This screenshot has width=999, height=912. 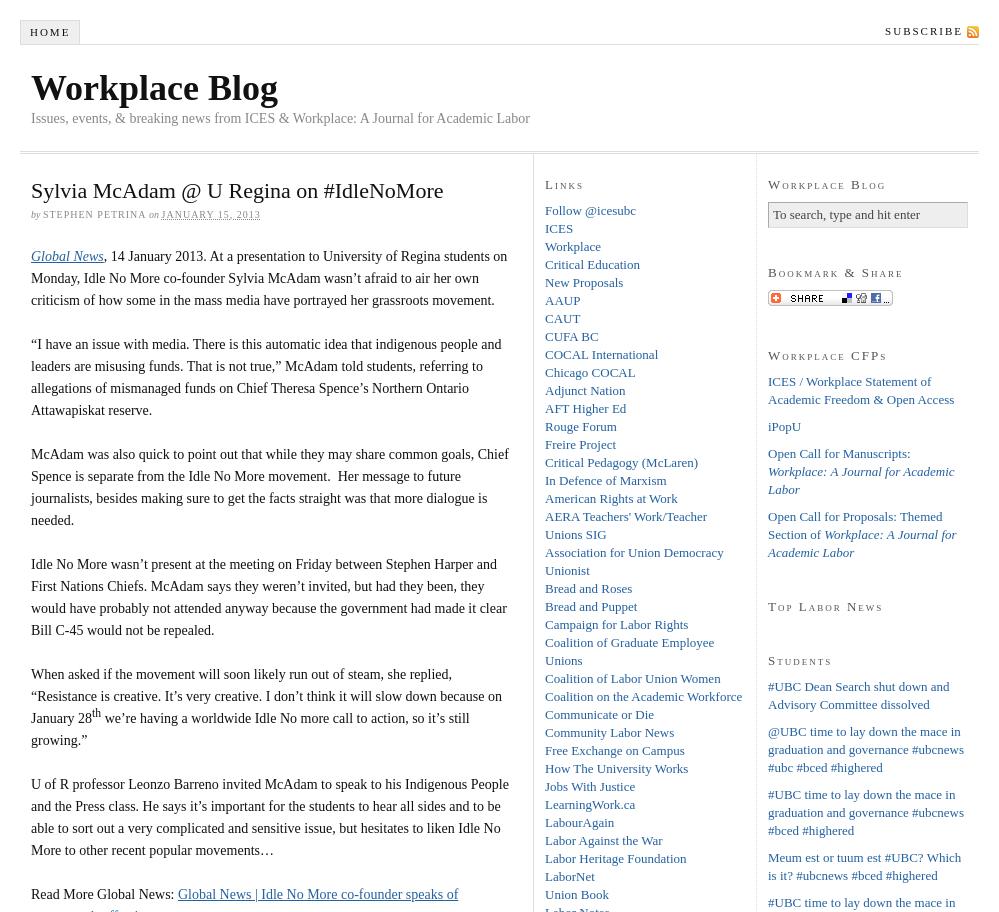 I want to click on 'on', so click(x=153, y=212).